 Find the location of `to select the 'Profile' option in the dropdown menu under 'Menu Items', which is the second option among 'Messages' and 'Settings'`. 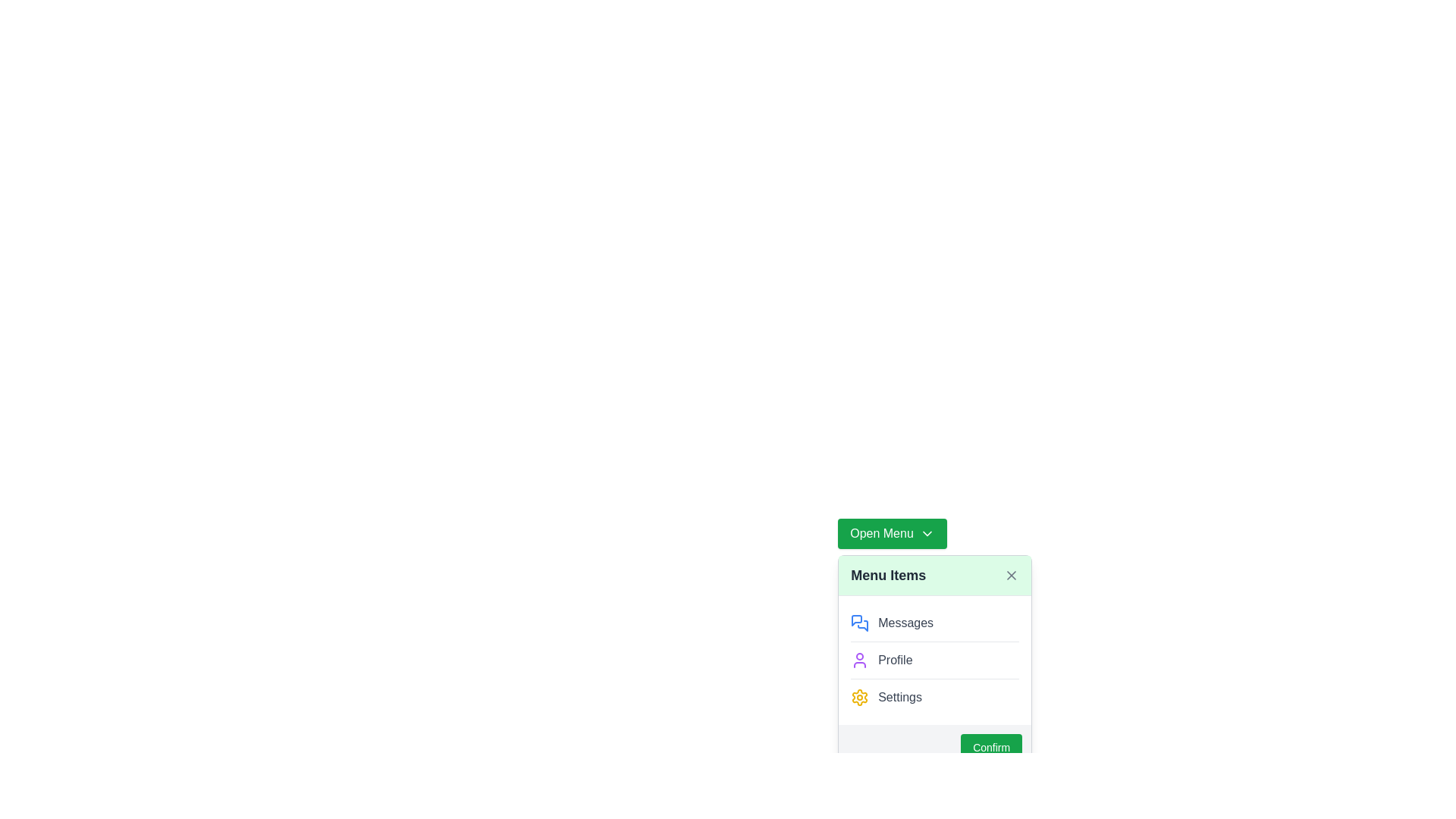

to select the 'Profile' option in the dropdown menu under 'Menu Items', which is the second option among 'Messages' and 'Settings' is located at coordinates (934, 660).